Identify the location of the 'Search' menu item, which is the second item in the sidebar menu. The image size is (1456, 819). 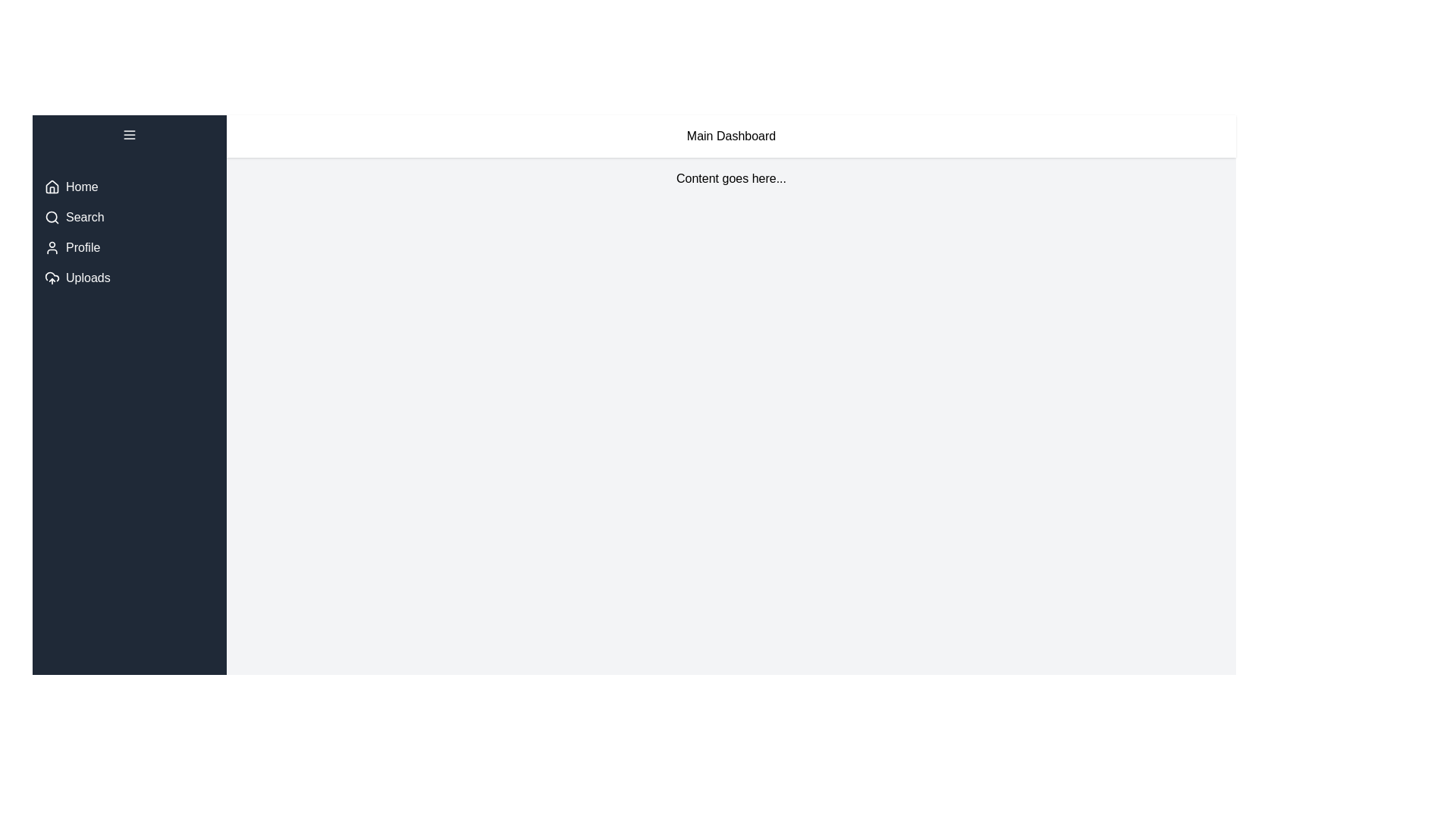
(130, 217).